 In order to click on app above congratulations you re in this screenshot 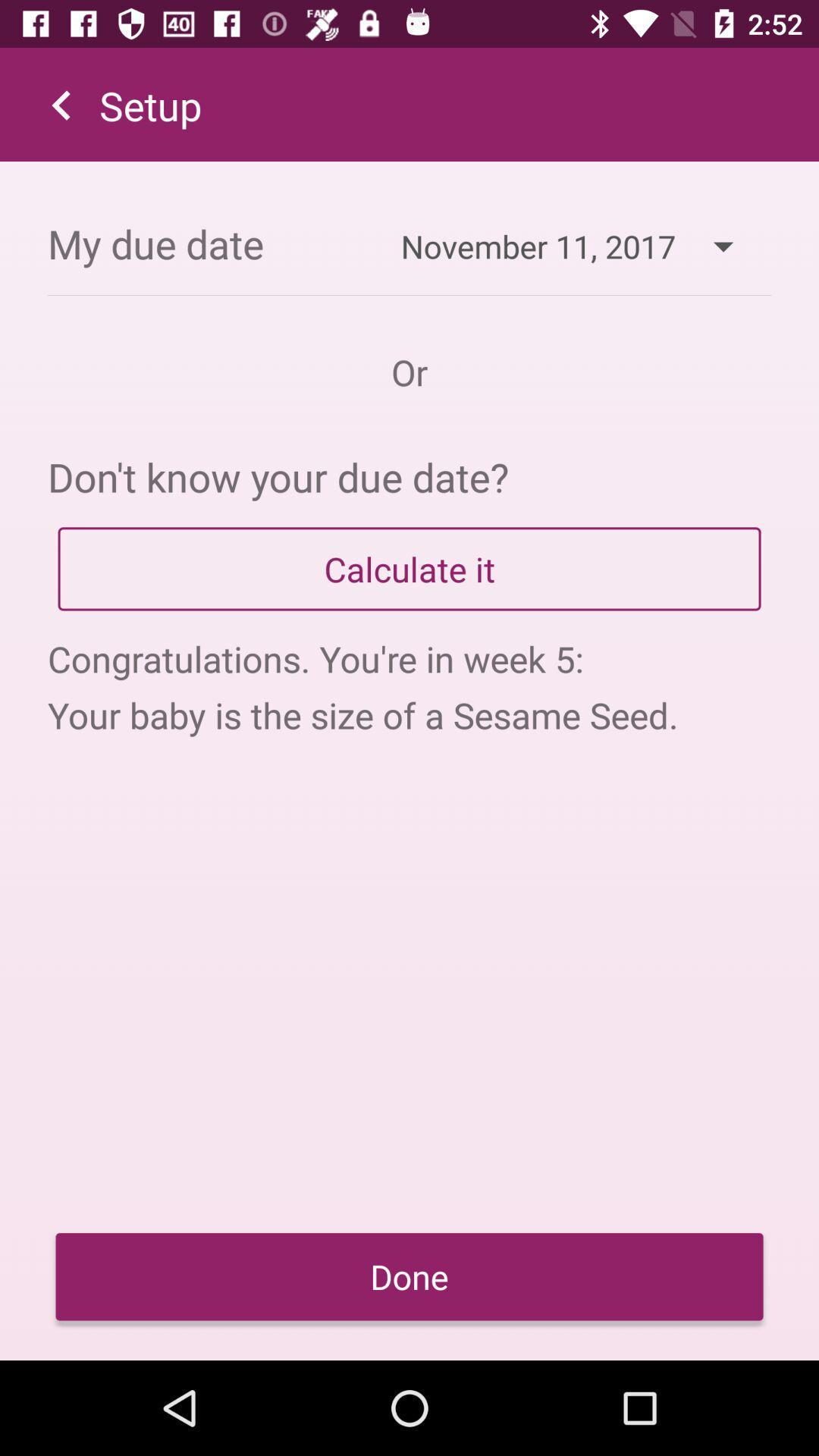, I will do `click(409, 568)`.